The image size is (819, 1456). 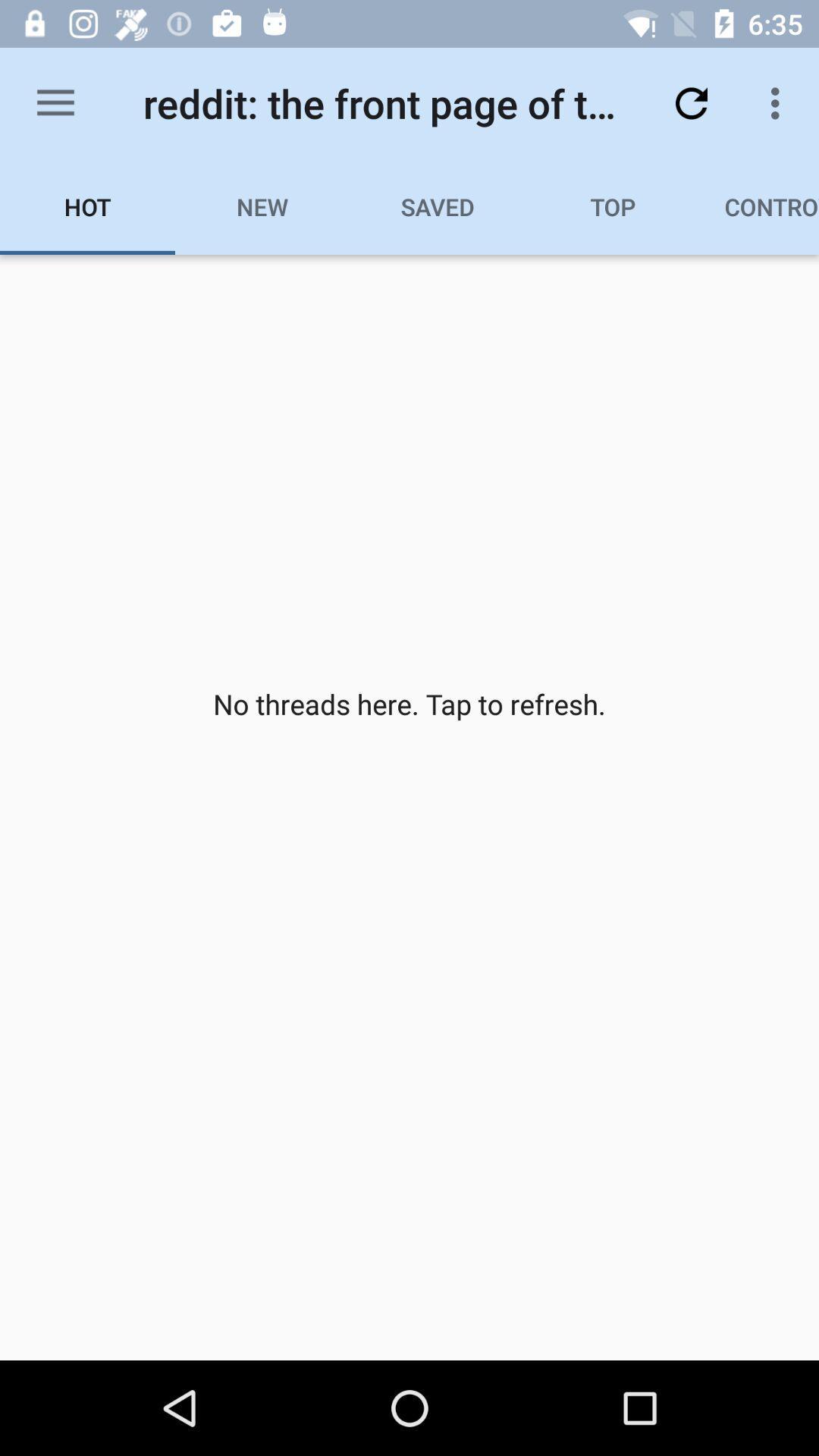 I want to click on the icon to the left of reddit the front item, so click(x=55, y=102).